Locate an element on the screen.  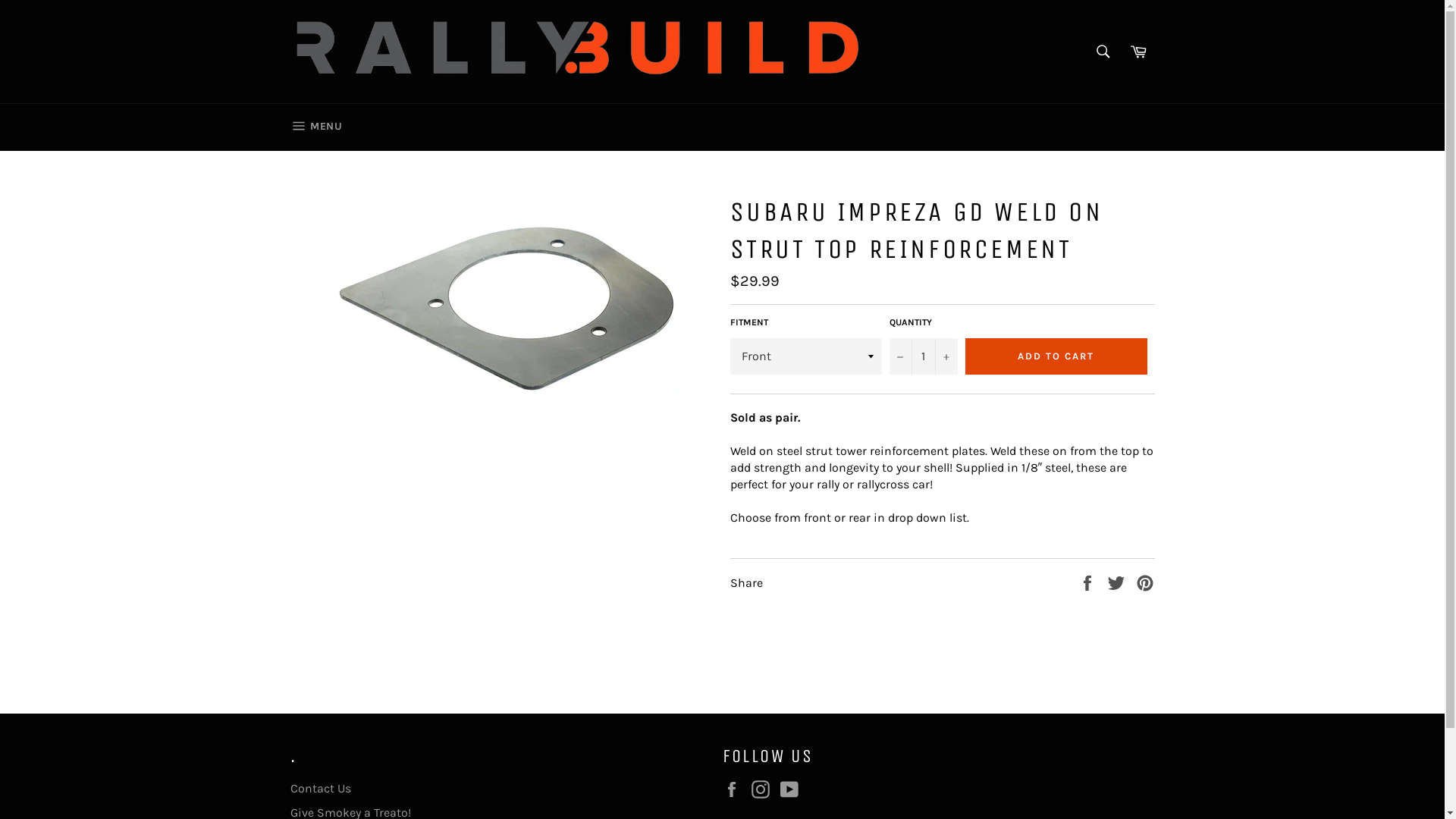
'Contact Us' is located at coordinates (319, 787).